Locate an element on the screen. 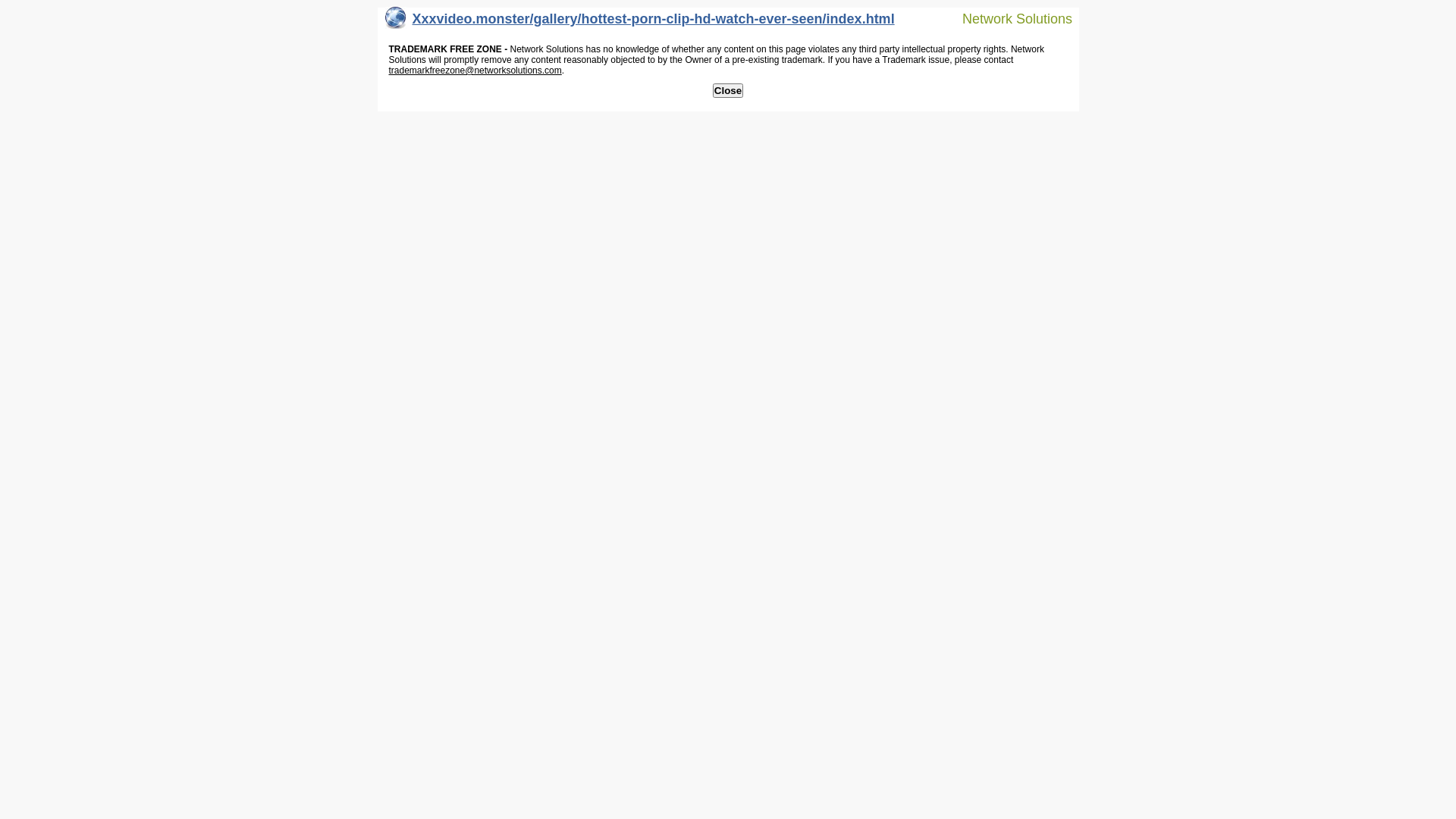  'trademarkfreezone@networksolutions.com' is located at coordinates (388, 70).